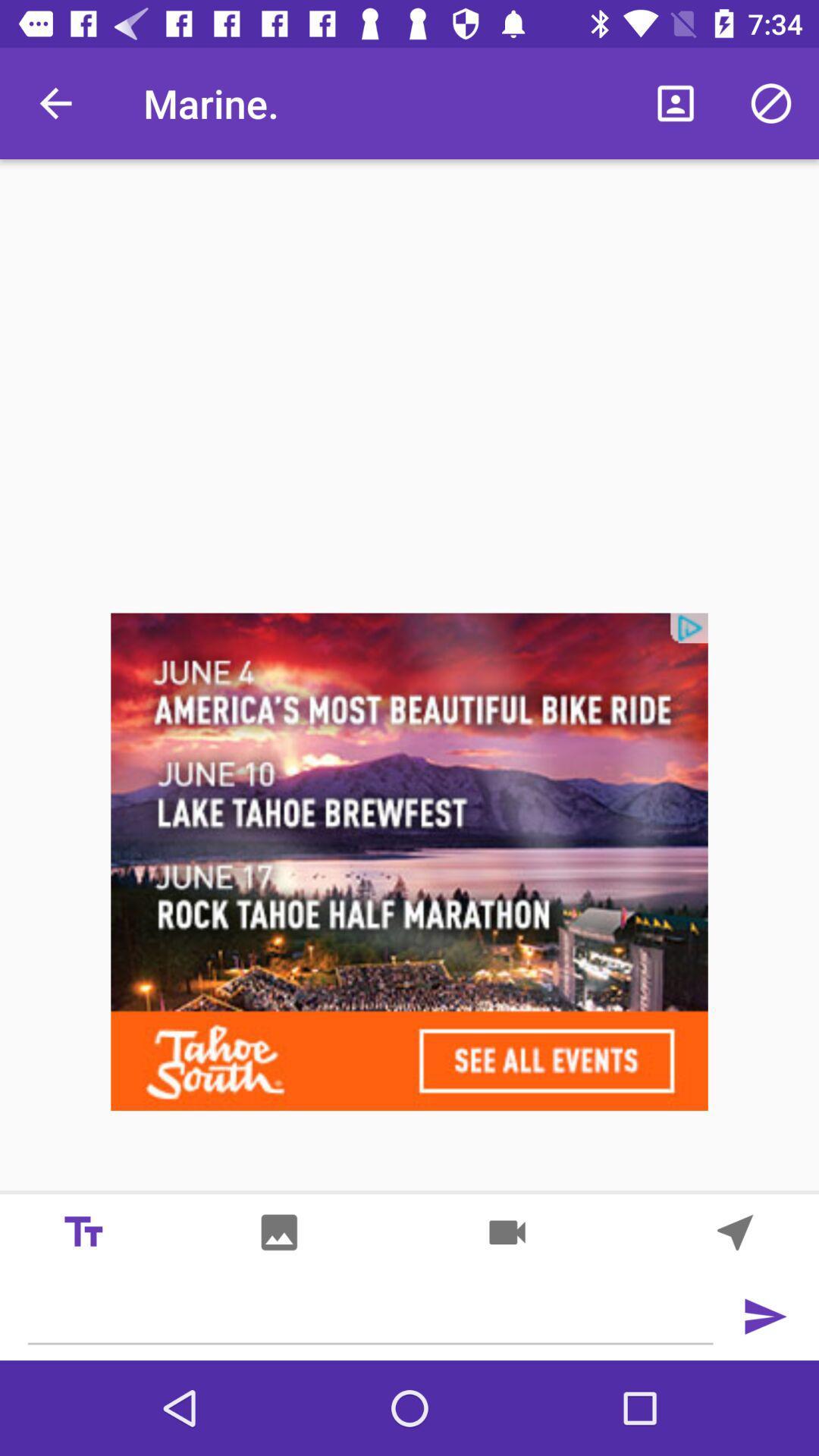 This screenshot has height=1456, width=819. Describe the element at coordinates (507, 1232) in the screenshot. I see `record video` at that location.